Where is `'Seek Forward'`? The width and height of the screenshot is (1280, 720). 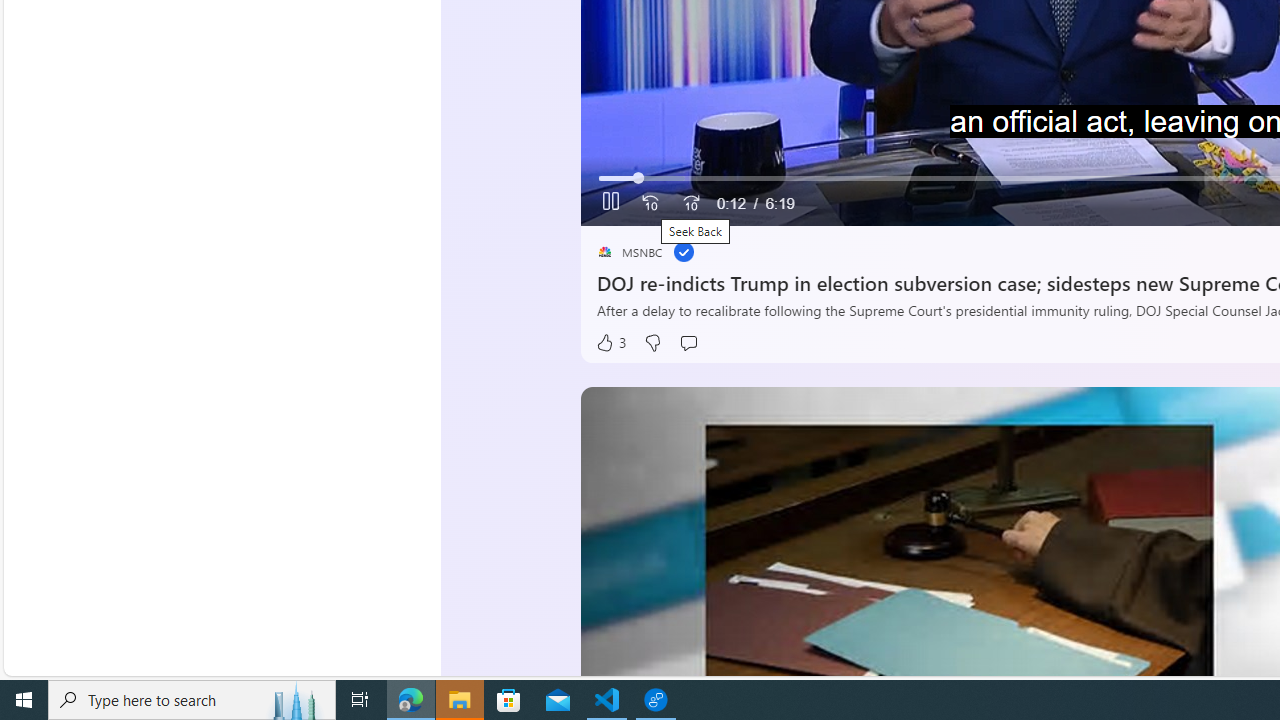 'Seek Forward' is located at coordinates (690, 203).